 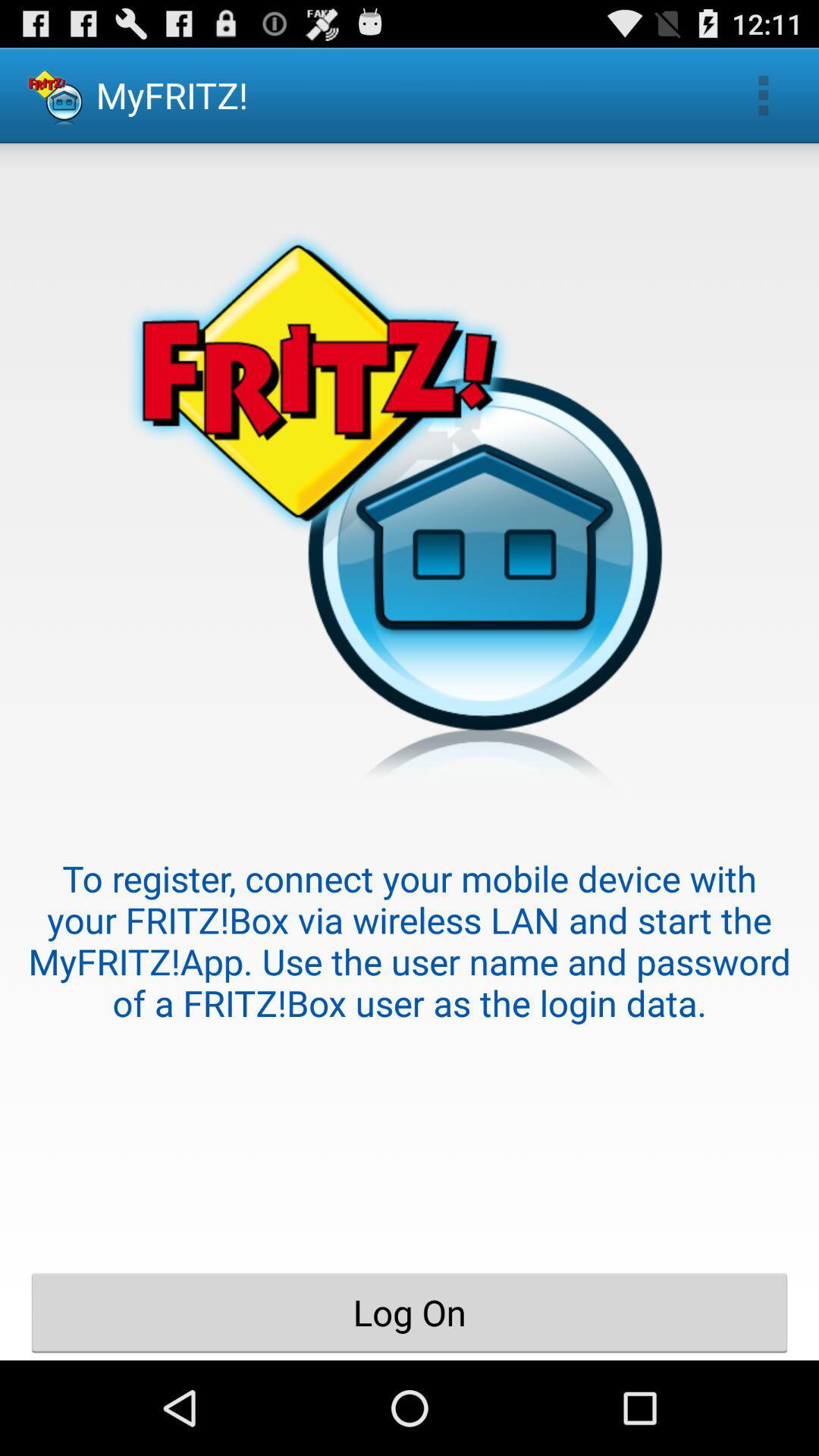 What do you see at coordinates (409, 1312) in the screenshot?
I see `log on item` at bounding box center [409, 1312].